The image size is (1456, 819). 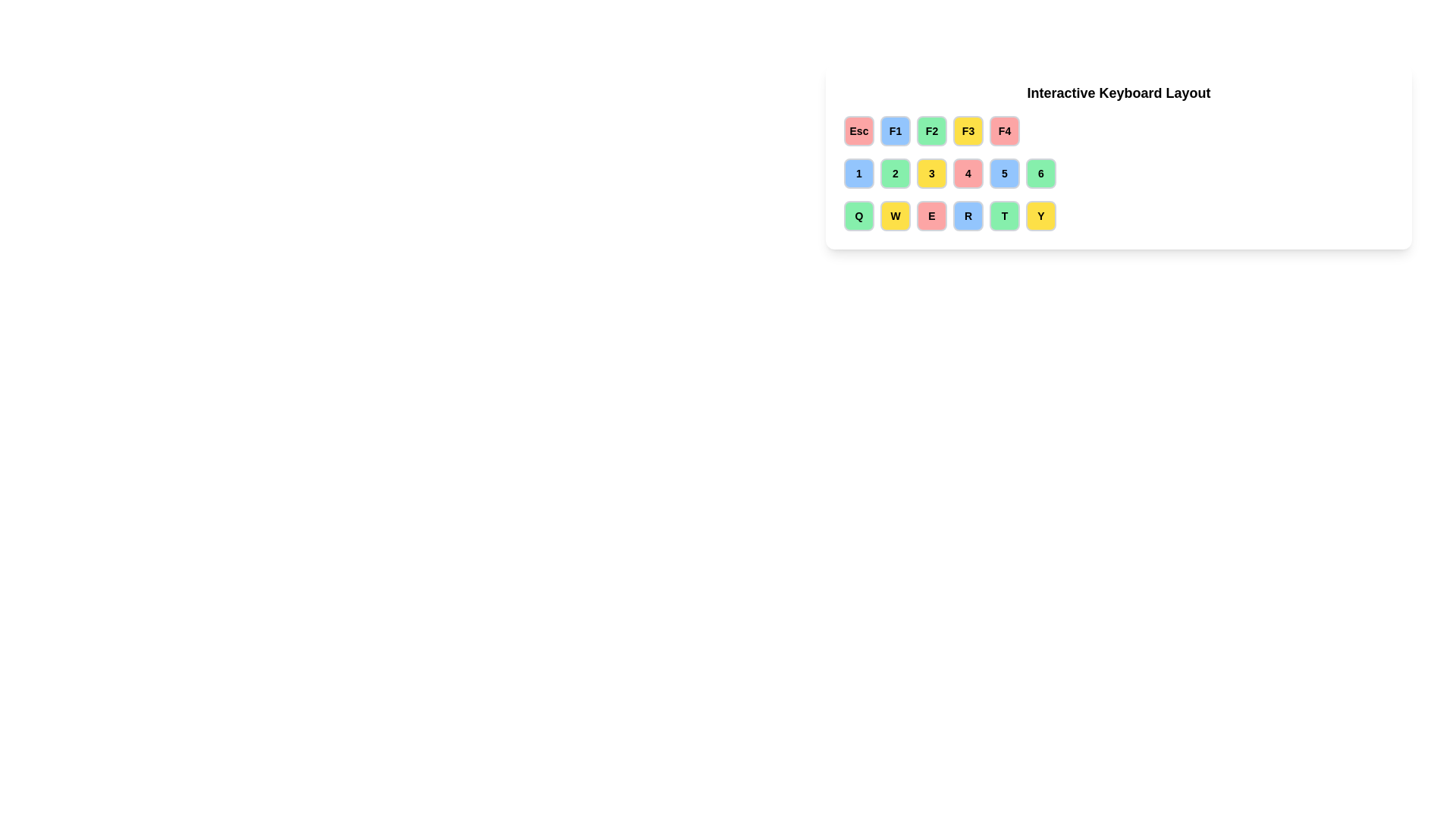 What do you see at coordinates (895, 216) in the screenshot?
I see `the yellow square button with rounded corners and a gray border that contains a bold, black letter 'W', located as the second button in the third row of the keyboard layout` at bounding box center [895, 216].